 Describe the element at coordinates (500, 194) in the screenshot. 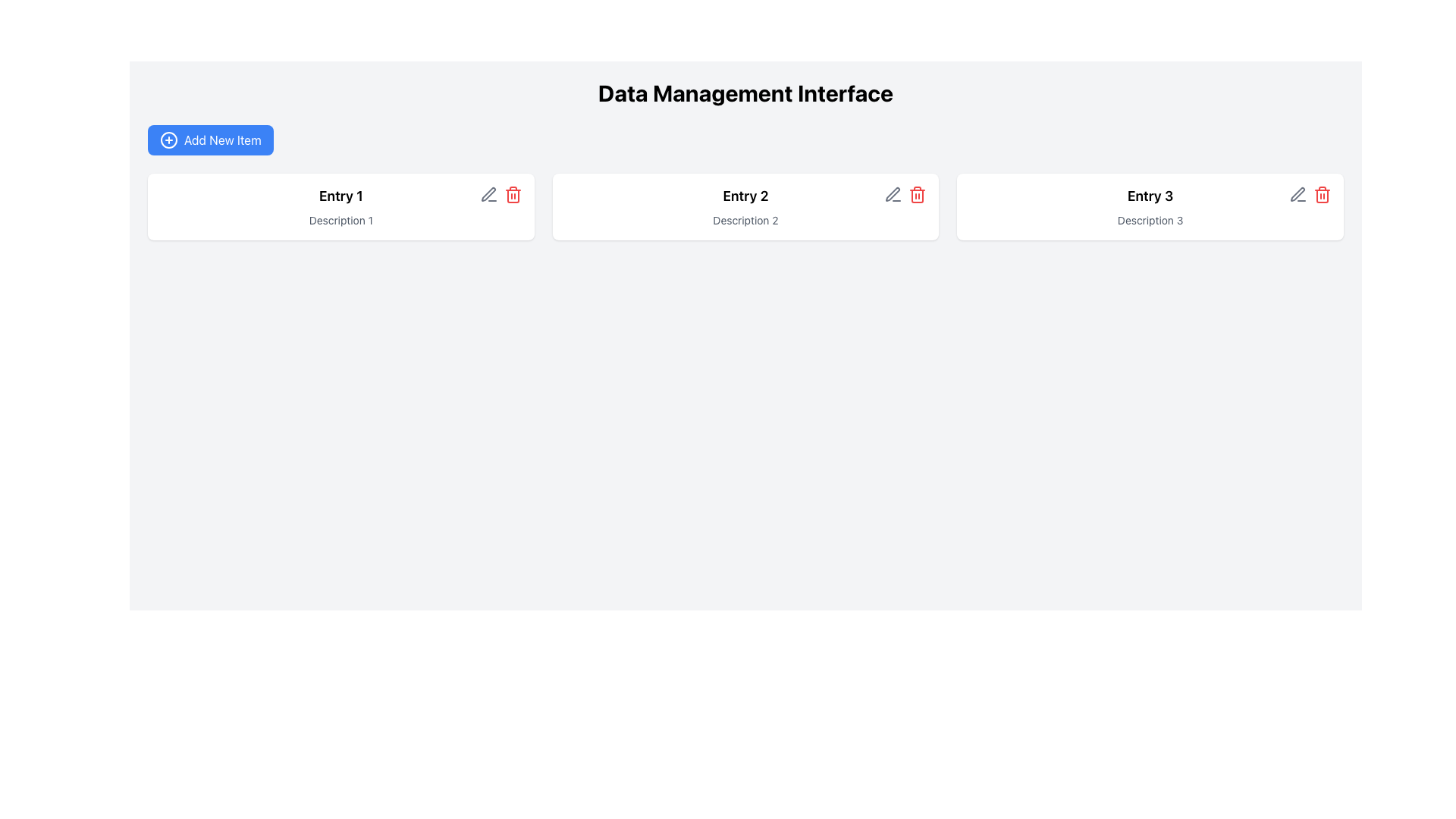

I see `the delete icon (red trash bin) located in the top-right corner of the card labeled 'Entry 1'` at that location.